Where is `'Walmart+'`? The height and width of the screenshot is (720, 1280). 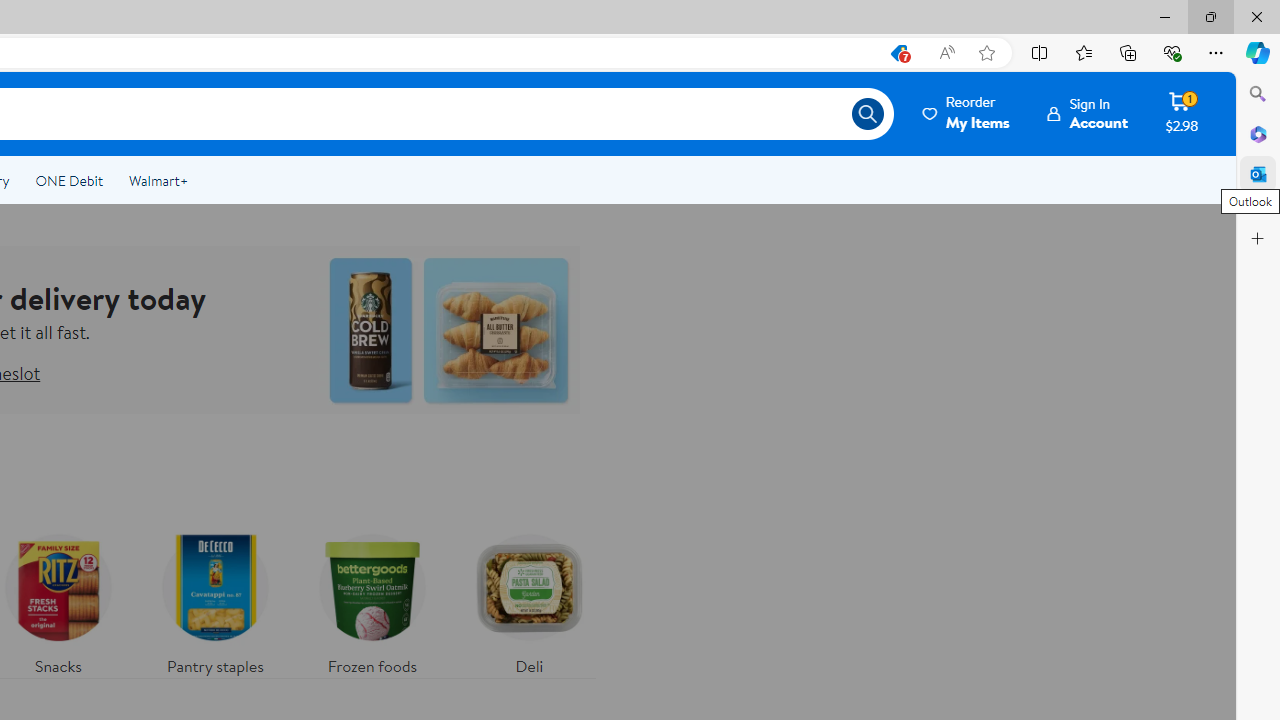
'Walmart+' is located at coordinates (157, 181).